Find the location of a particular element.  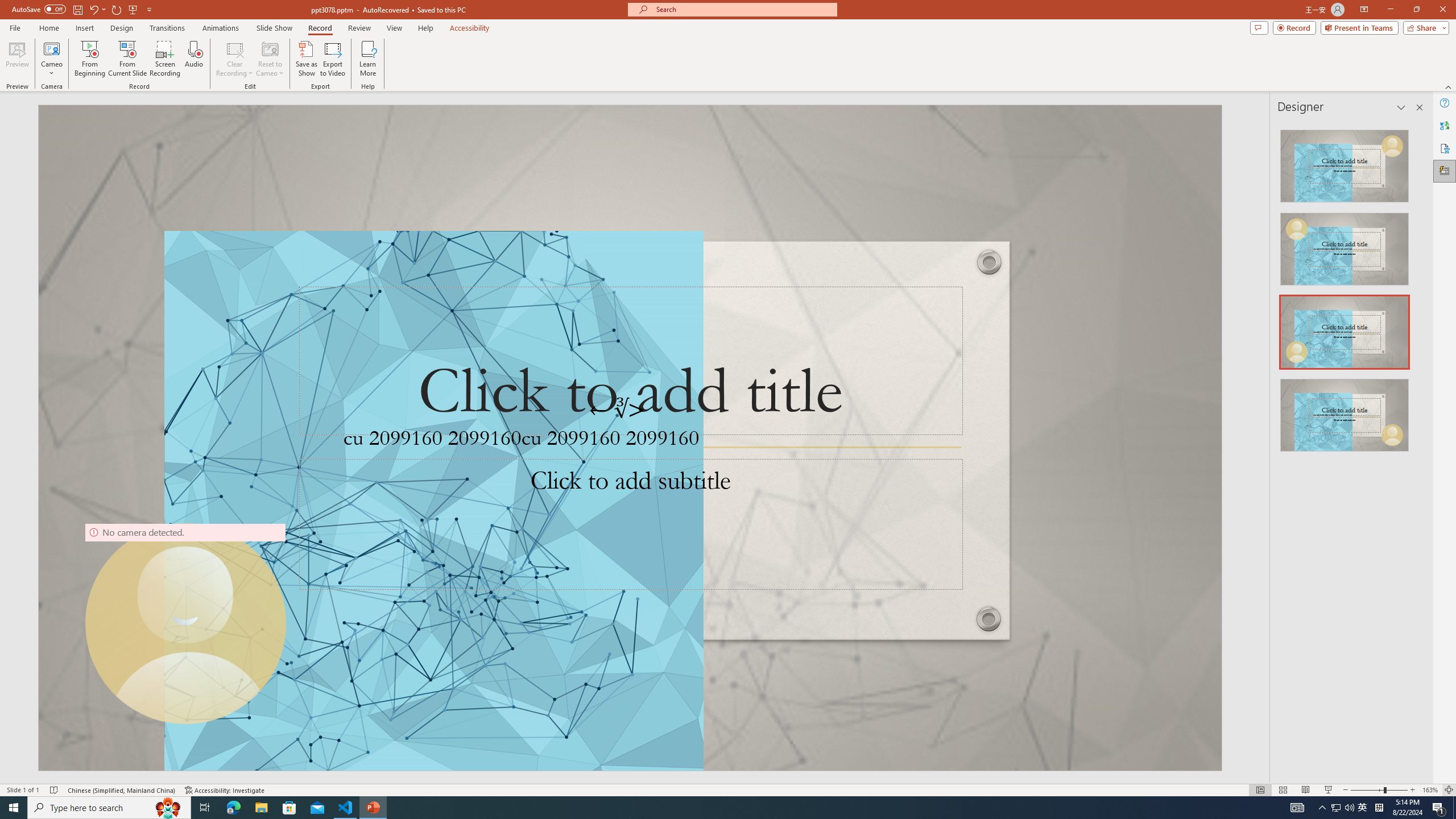

'Reset to Cameo' is located at coordinates (269, 59).